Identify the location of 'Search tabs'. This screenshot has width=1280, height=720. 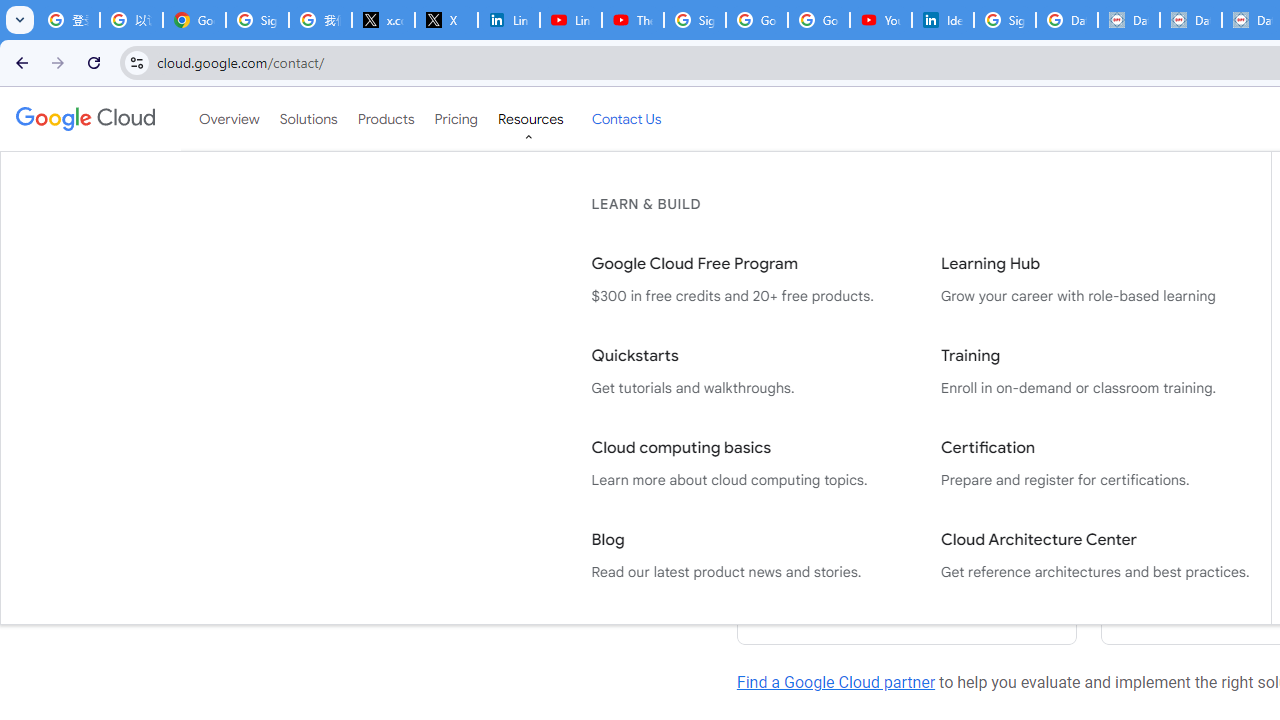
(20, 20).